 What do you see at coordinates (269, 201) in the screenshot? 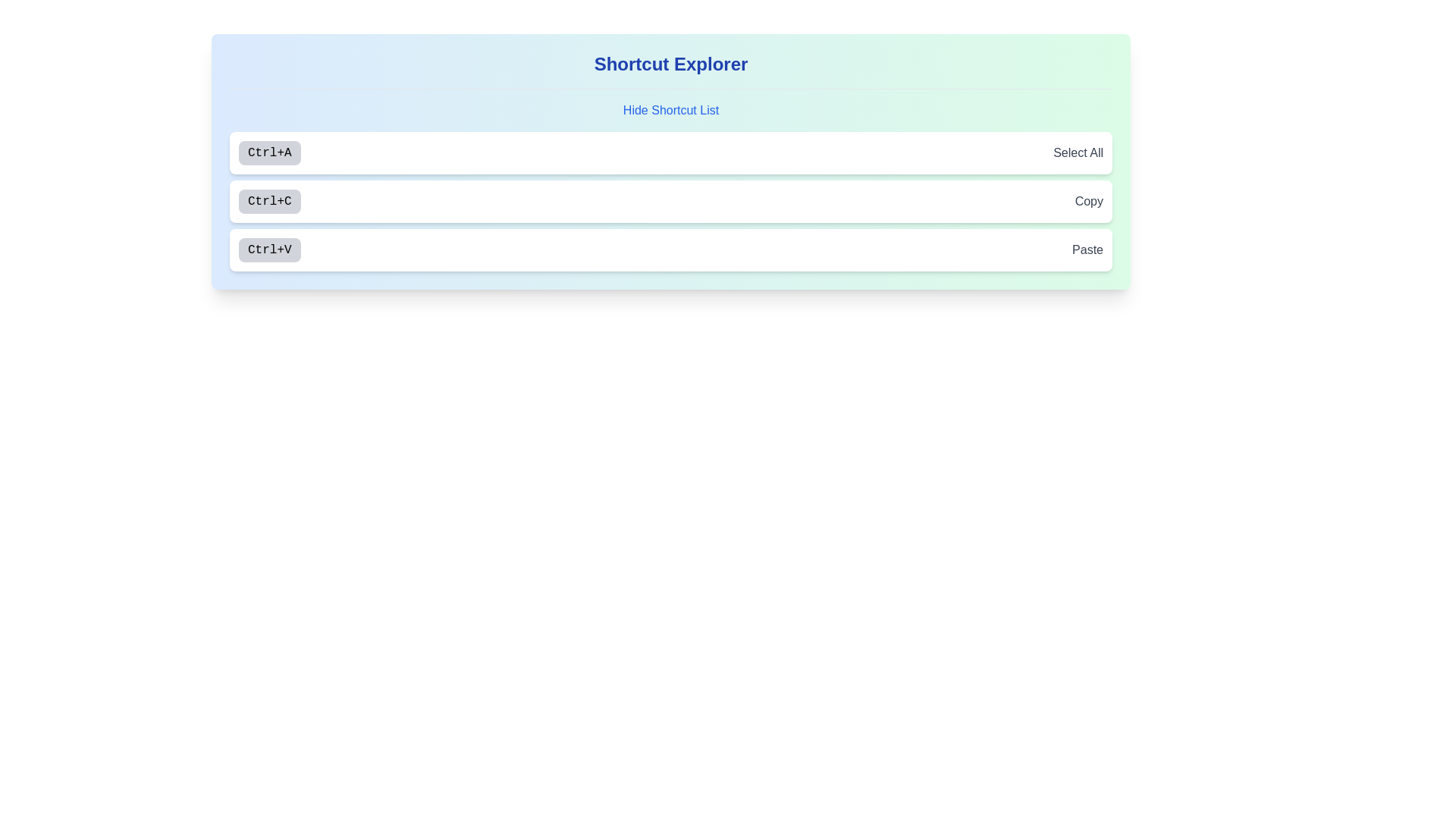
I see `the rounded rectangular label with light gray background that contains the text 'Ctrl+C'` at bounding box center [269, 201].